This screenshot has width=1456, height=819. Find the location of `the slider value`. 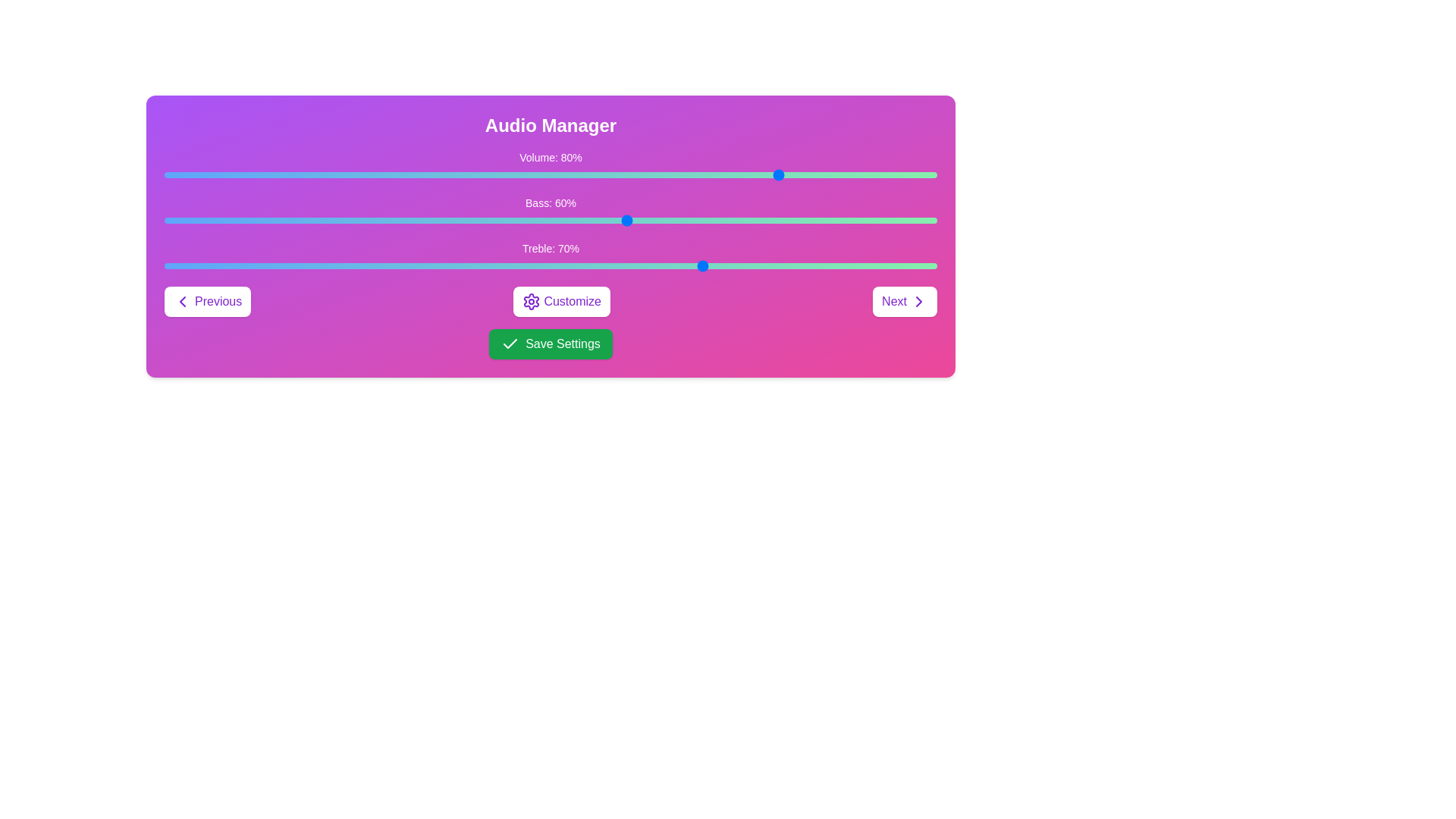

the slider value is located at coordinates (164, 174).